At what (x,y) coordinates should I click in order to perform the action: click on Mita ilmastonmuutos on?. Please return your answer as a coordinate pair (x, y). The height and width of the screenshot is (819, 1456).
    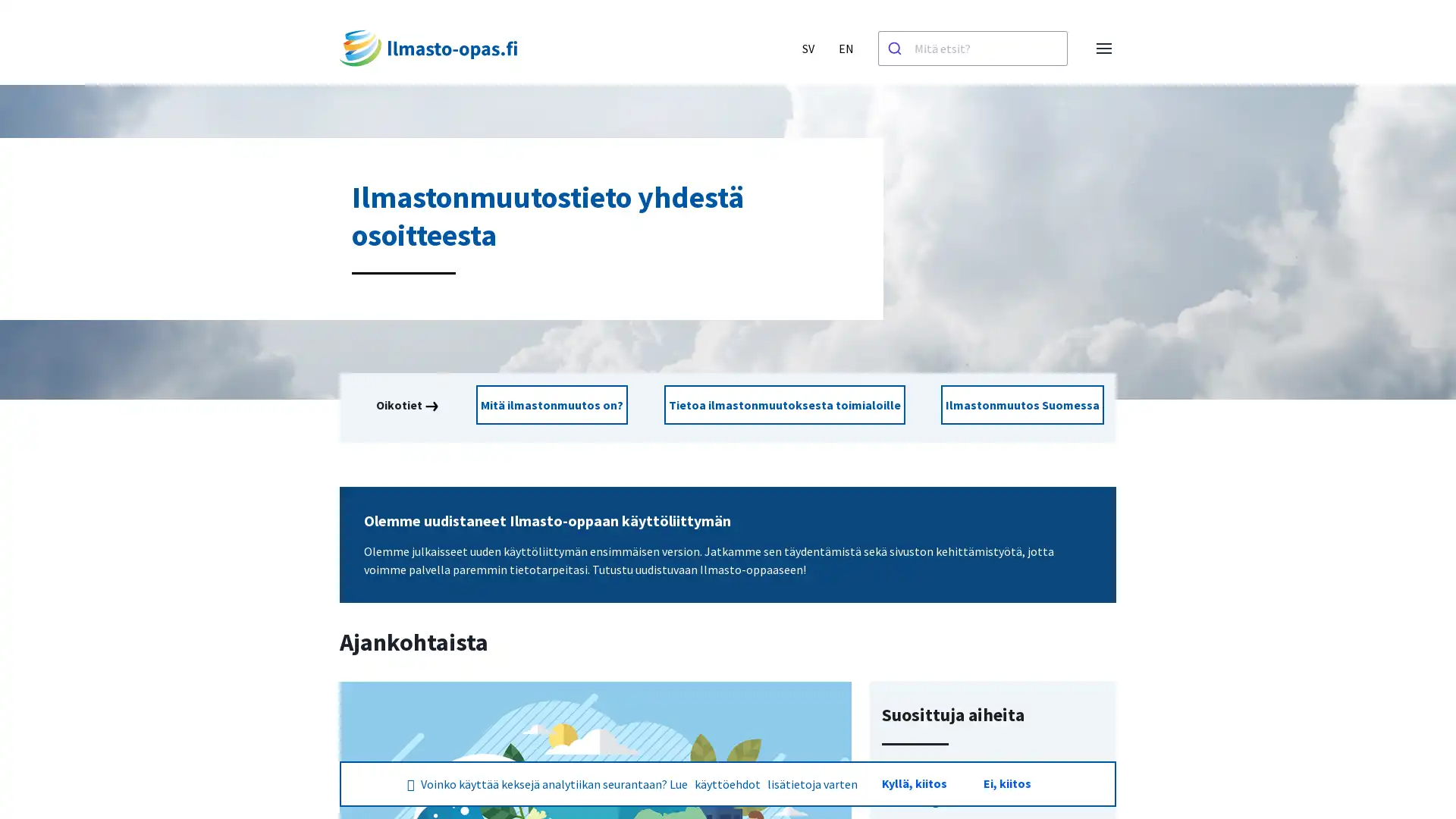
    Looking at the image, I should click on (559, 405).